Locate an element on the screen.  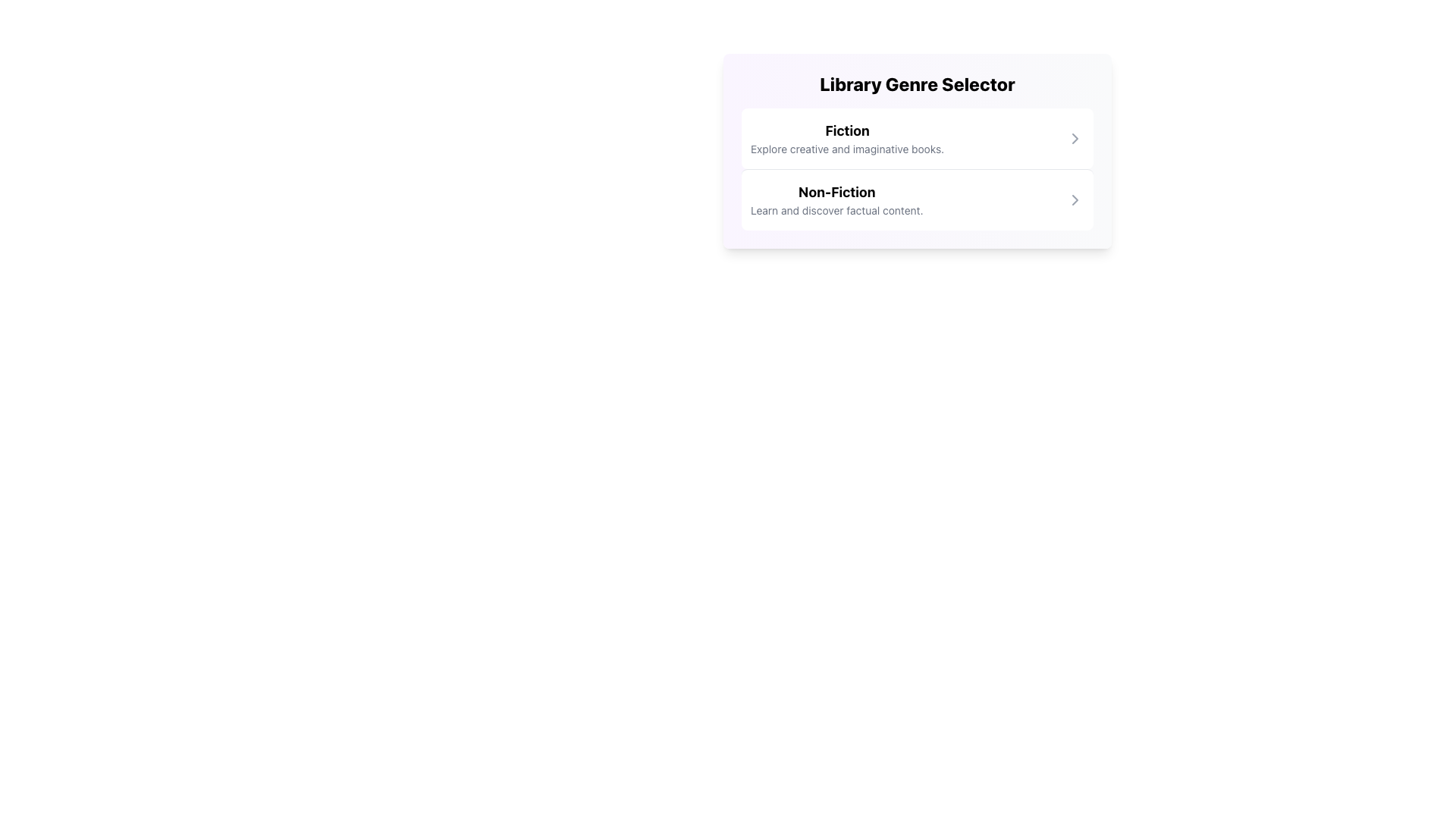
the right-facing chevron-shaped icon used for navigation next to the 'Non-Fiction' option is located at coordinates (1074, 199).